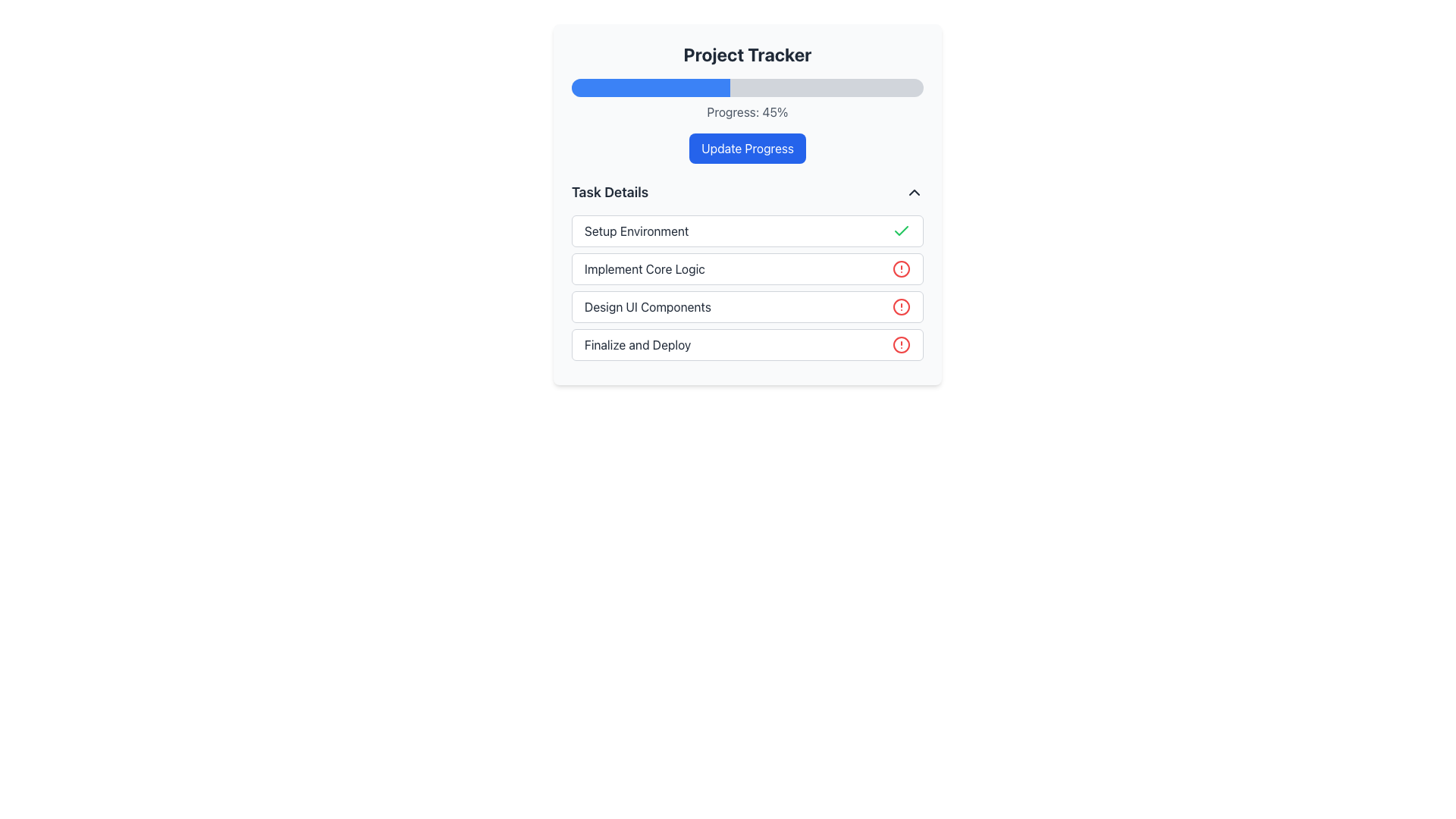 This screenshot has height=819, width=1456. What do you see at coordinates (902, 345) in the screenshot?
I see `the Circular Alert Icon located at the far right of the 'Finalize and Deploy' row in the 'Task Details' section` at bounding box center [902, 345].